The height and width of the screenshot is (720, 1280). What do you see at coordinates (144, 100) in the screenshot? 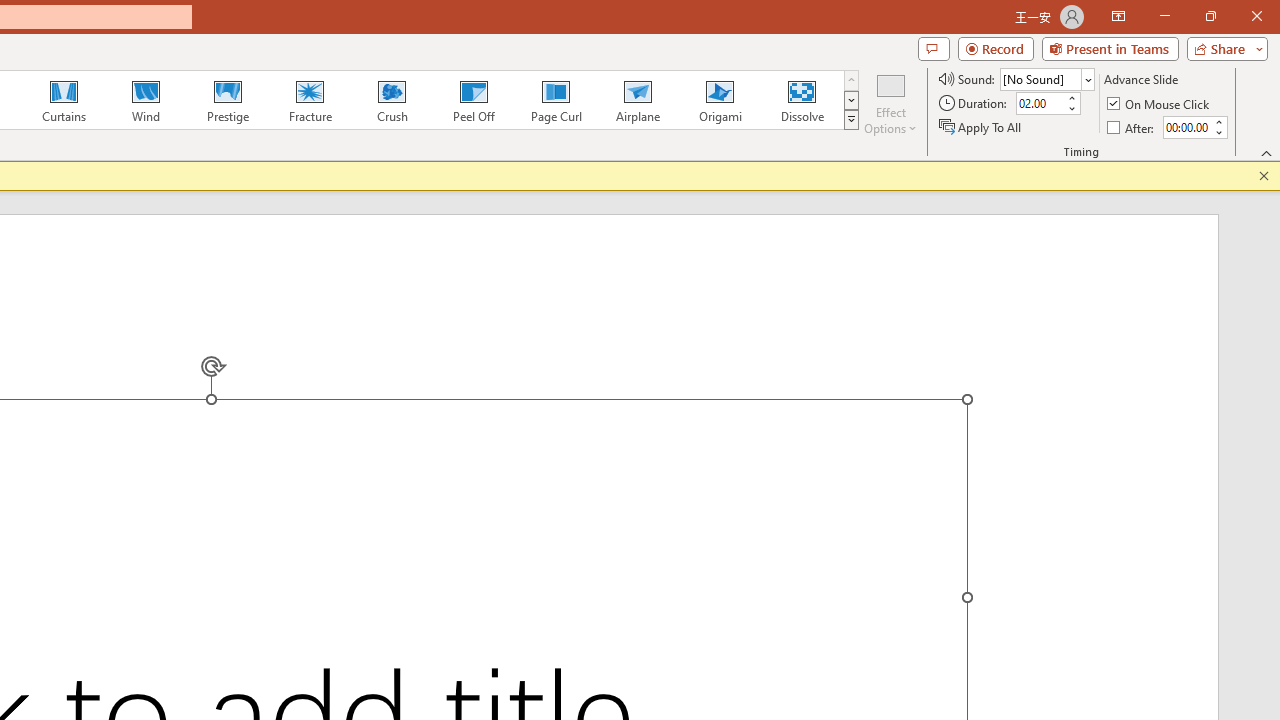
I see `'Wind'` at bounding box center [144, 100].